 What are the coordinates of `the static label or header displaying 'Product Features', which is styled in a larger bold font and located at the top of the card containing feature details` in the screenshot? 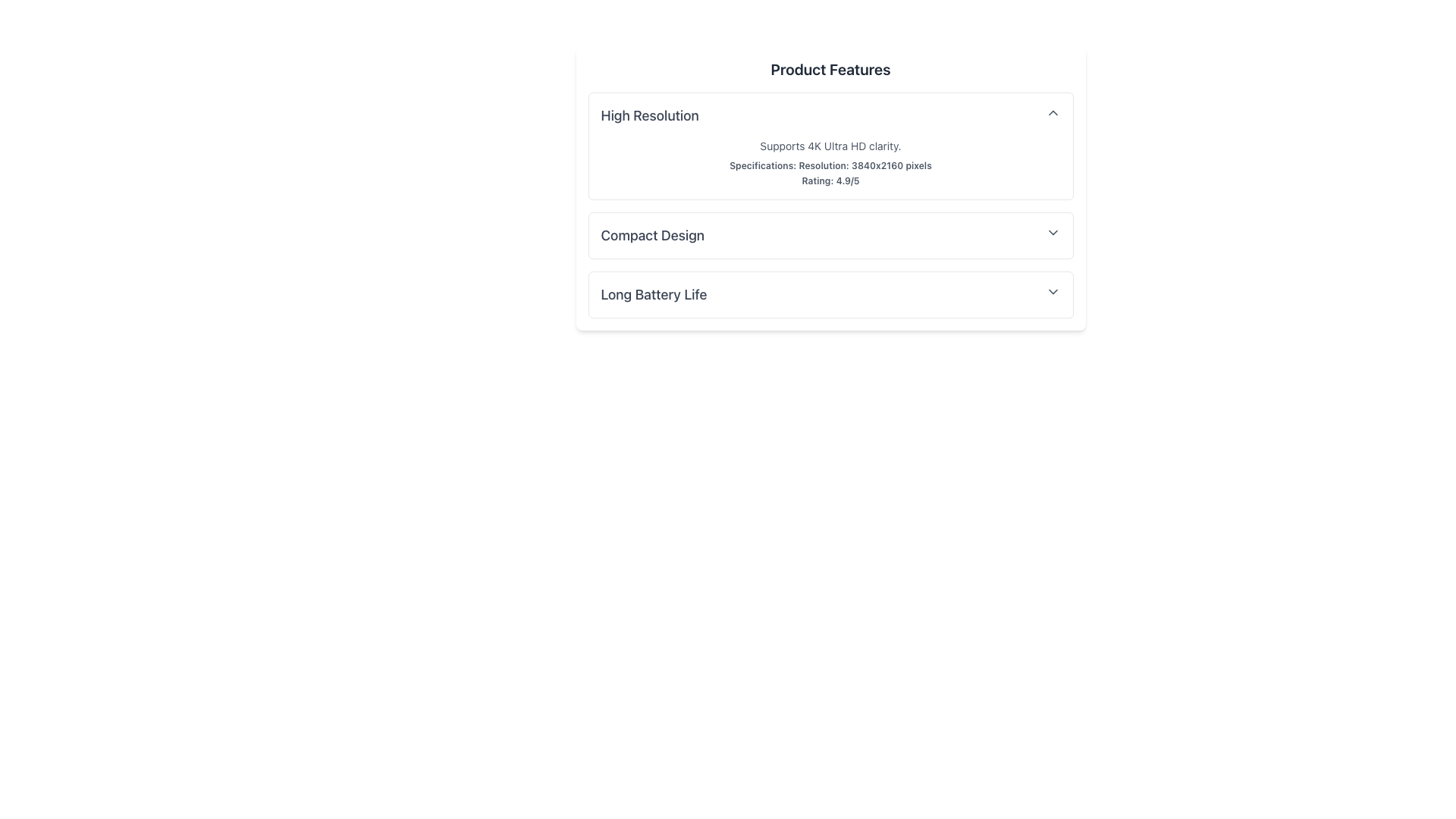 It's located at (830, 70).